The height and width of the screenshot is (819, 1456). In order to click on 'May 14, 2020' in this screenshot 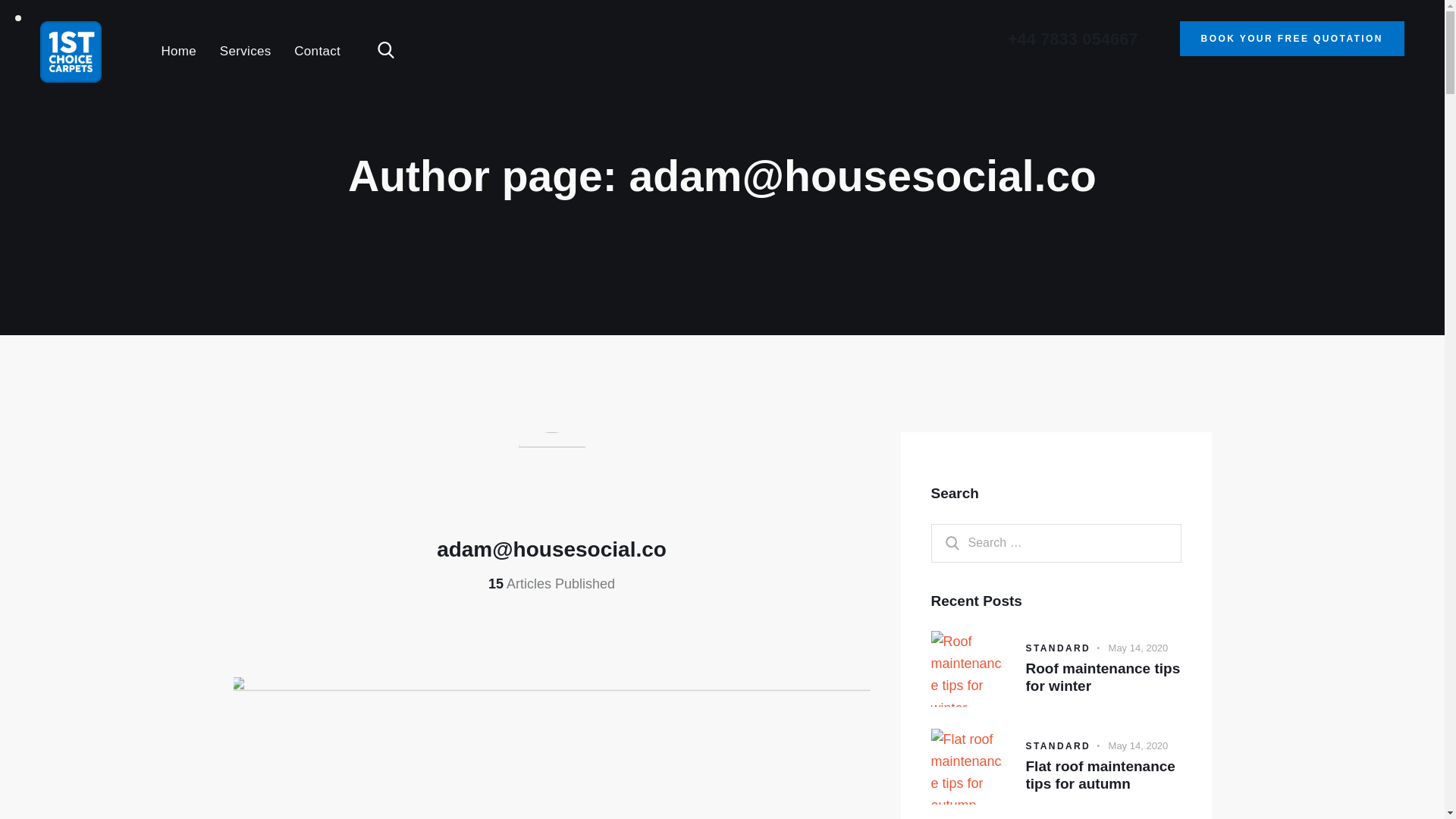, I will do `click(1138, 648)`.